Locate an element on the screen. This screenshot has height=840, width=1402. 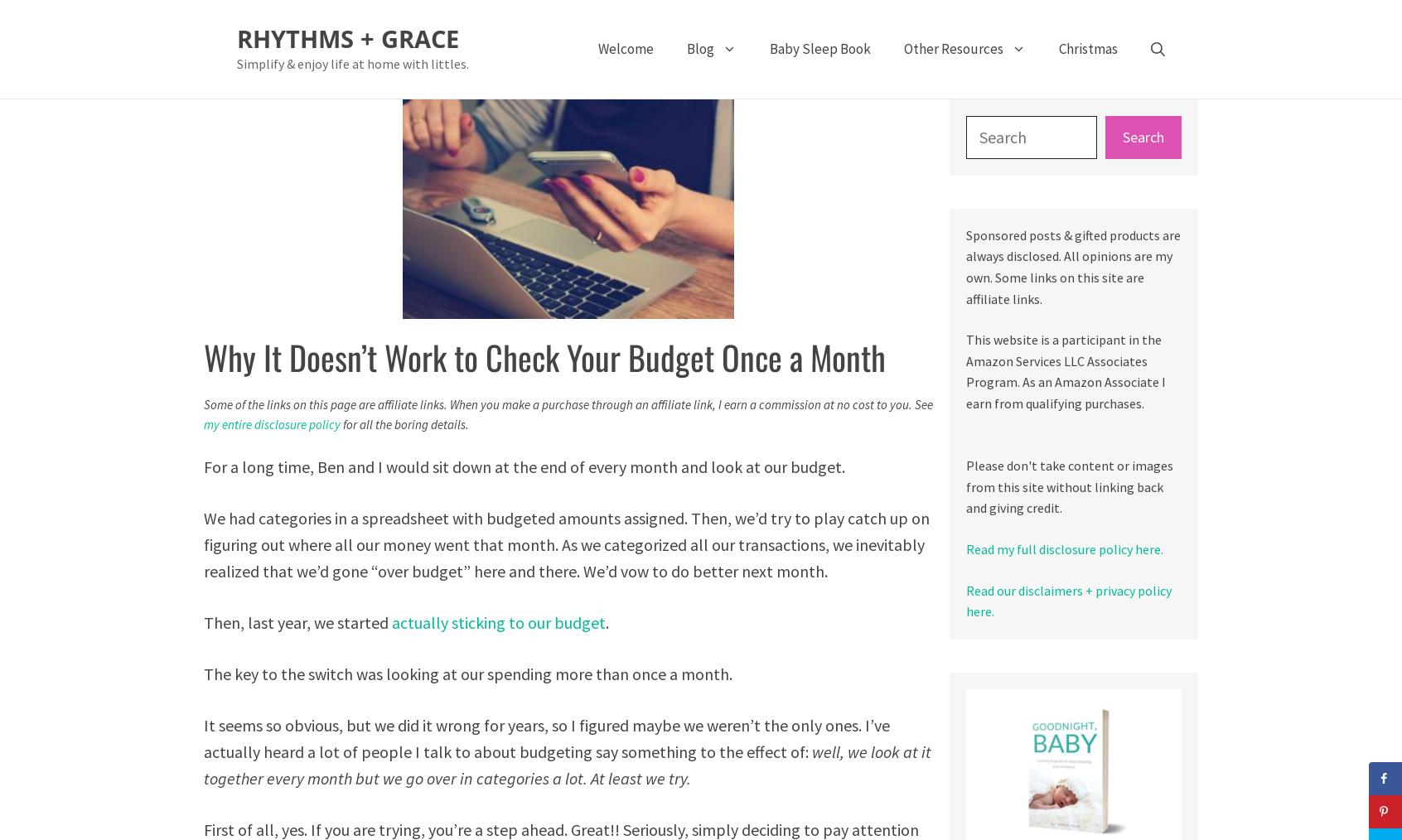
'Why It Doesn’t Work to Check Your Budget Once a Month' is located at coordinates (544, 356).